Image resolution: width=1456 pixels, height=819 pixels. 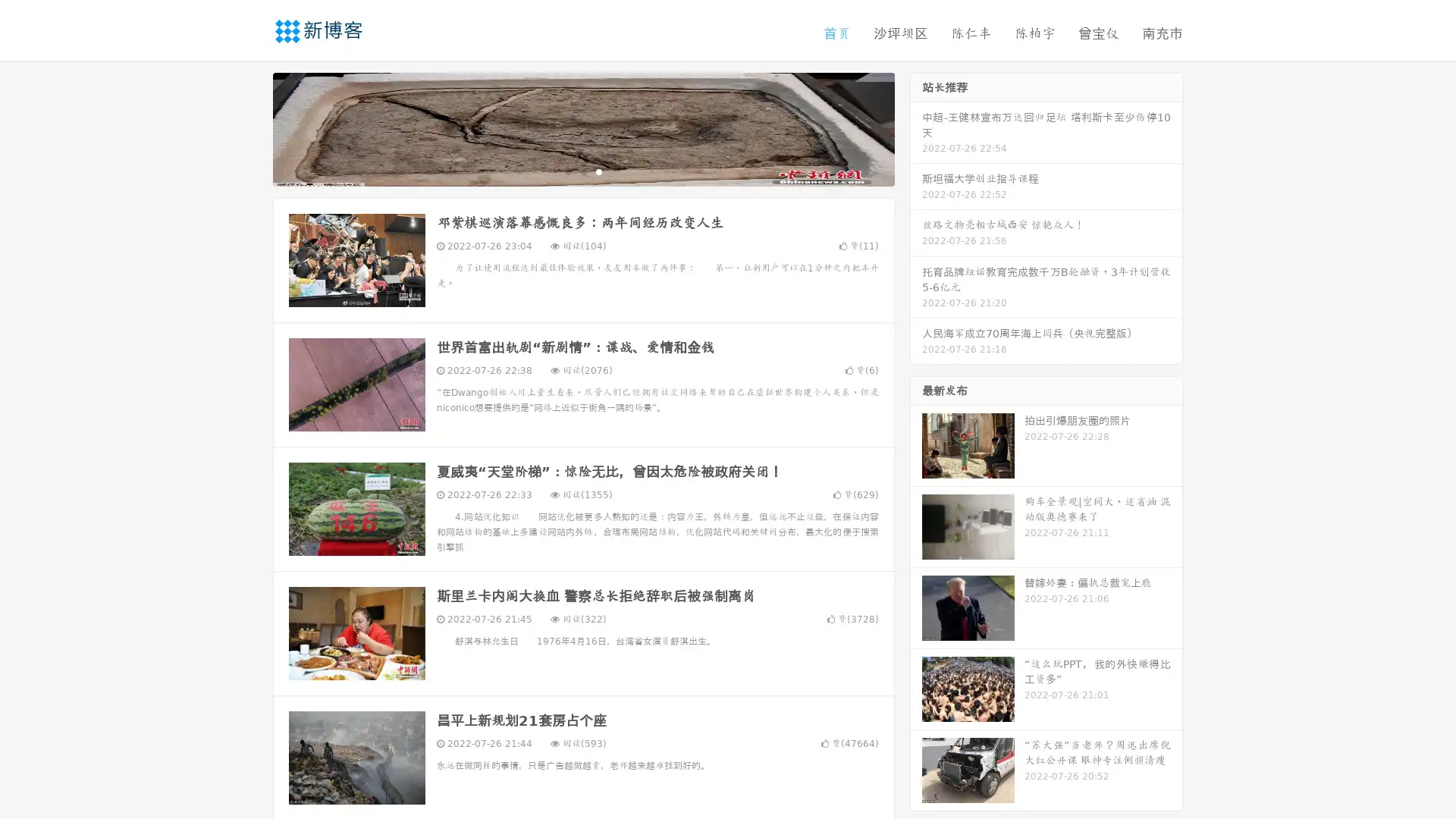 I want to click on Previous slide, so click(x=250, y=127).